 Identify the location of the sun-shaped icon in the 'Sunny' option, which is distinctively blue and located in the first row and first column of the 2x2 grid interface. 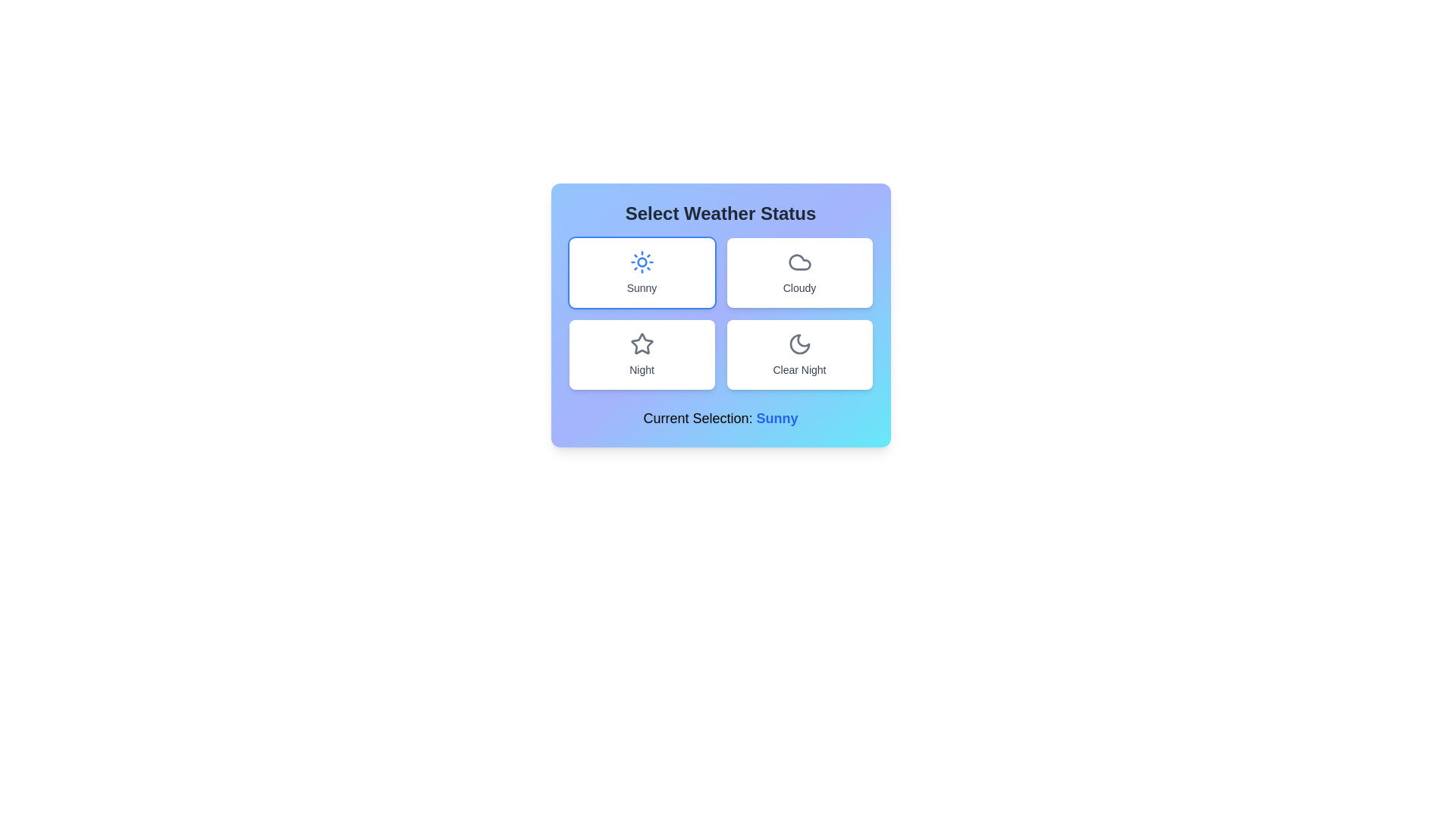
(642, 262).